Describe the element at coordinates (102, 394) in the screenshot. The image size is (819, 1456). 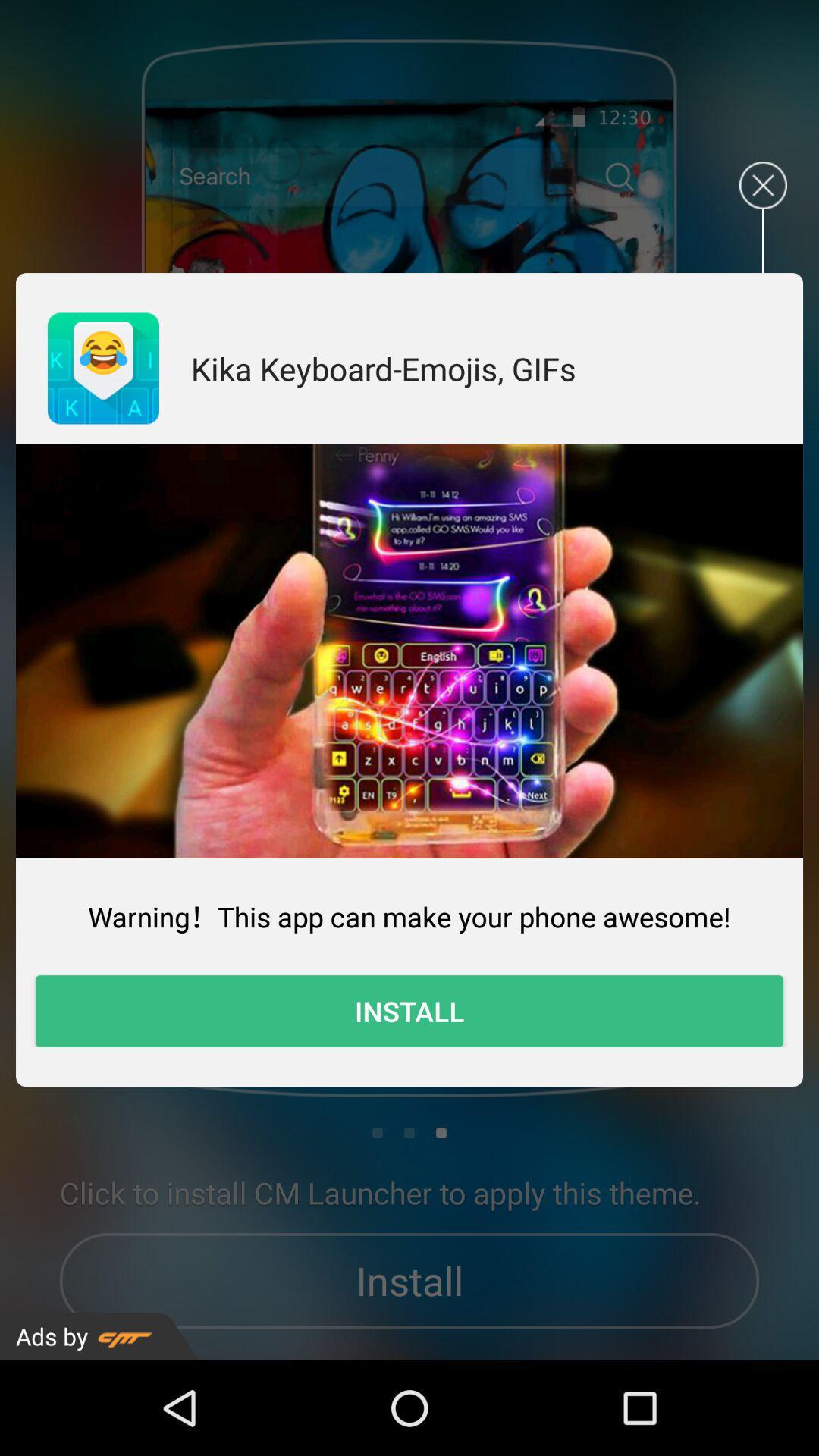
I see `the emoji icon` at that location.